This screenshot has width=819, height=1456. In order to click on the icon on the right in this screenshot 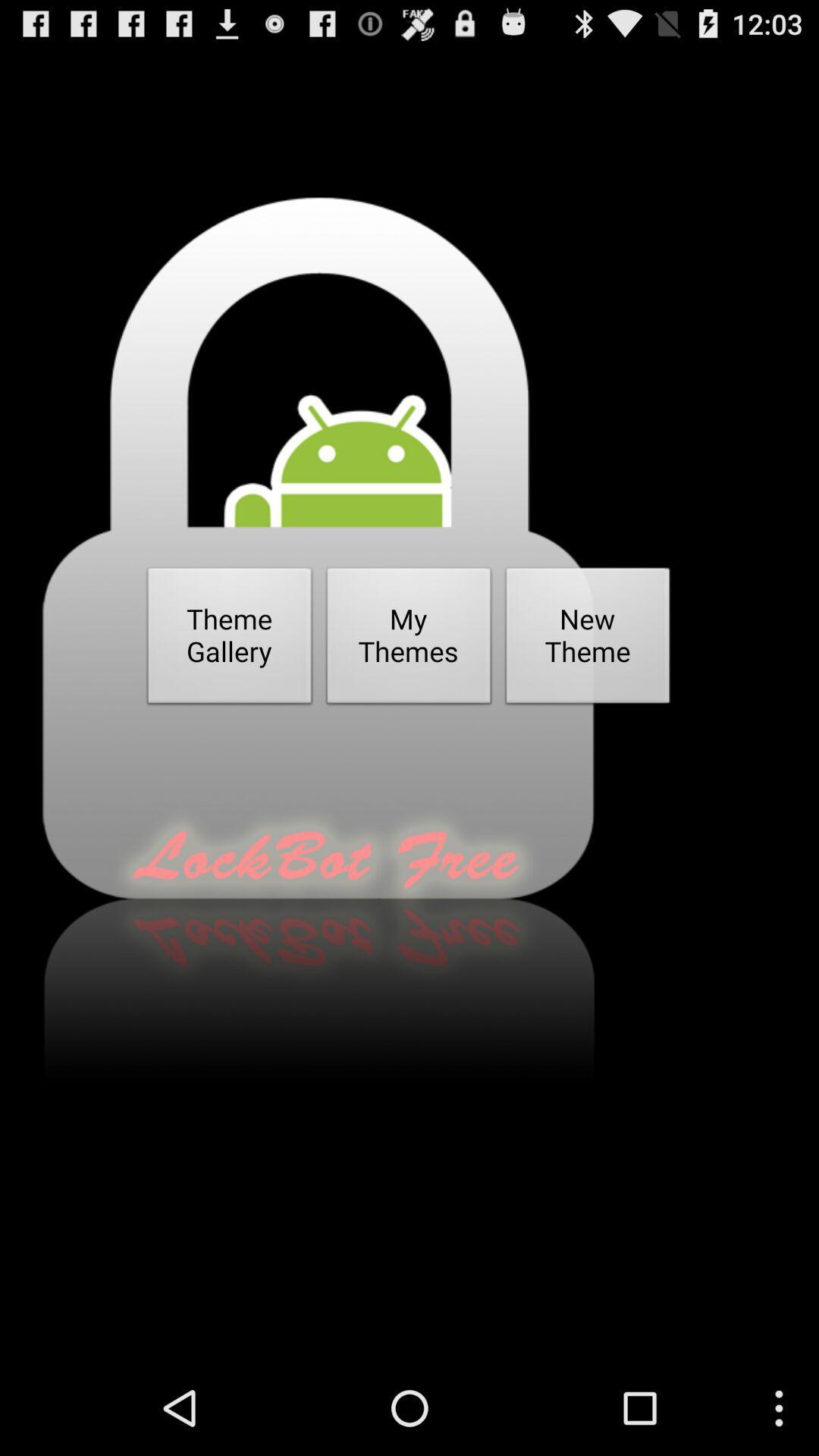, I will do `click(587, 640)`.